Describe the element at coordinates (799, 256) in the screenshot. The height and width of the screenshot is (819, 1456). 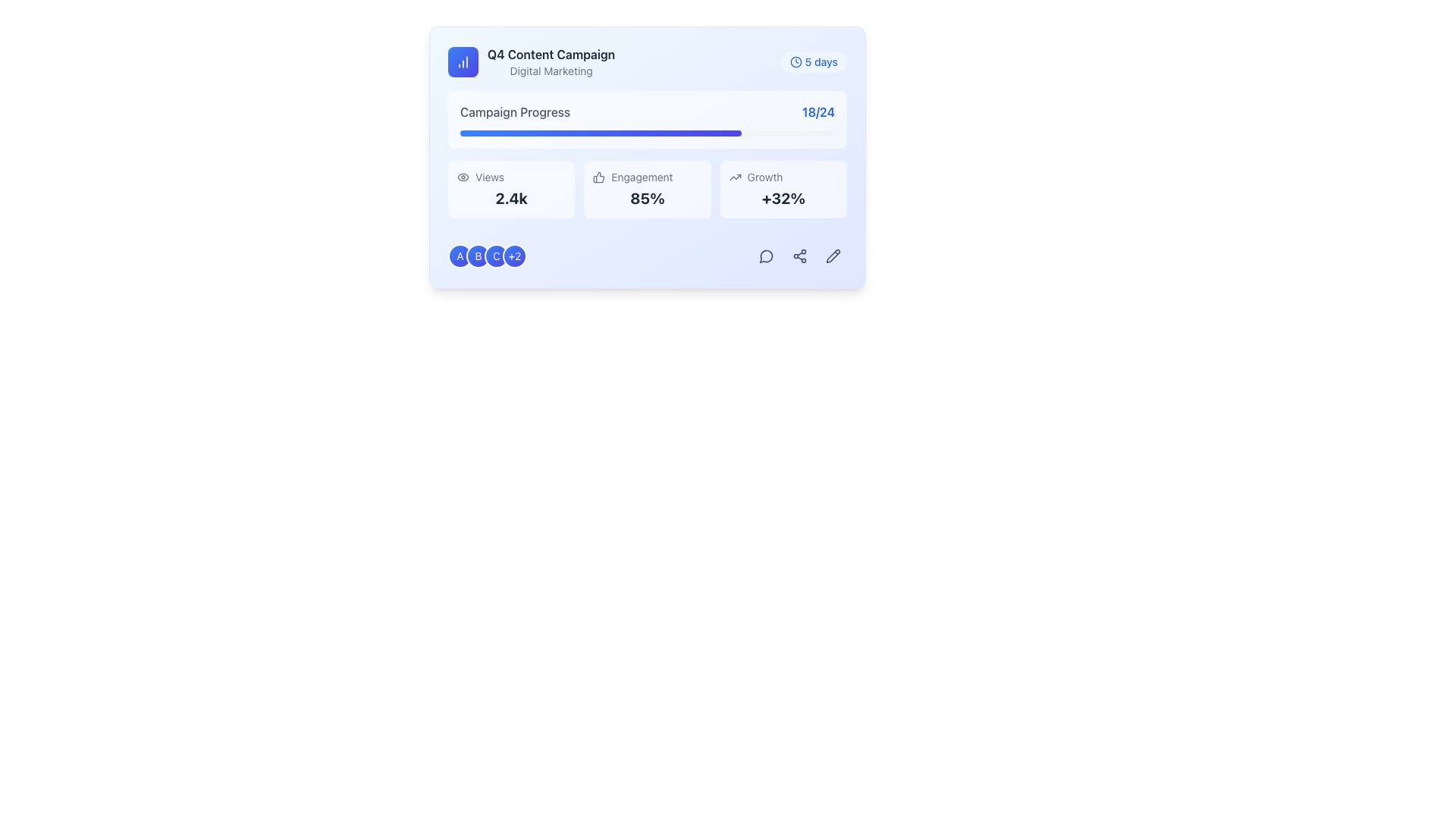
I see `the share icon button located in the lower right corner of the card-like interface, which is the second icon from the right, positioned between a speech bubble icon on its left and a pencil icon on its right` at that location.